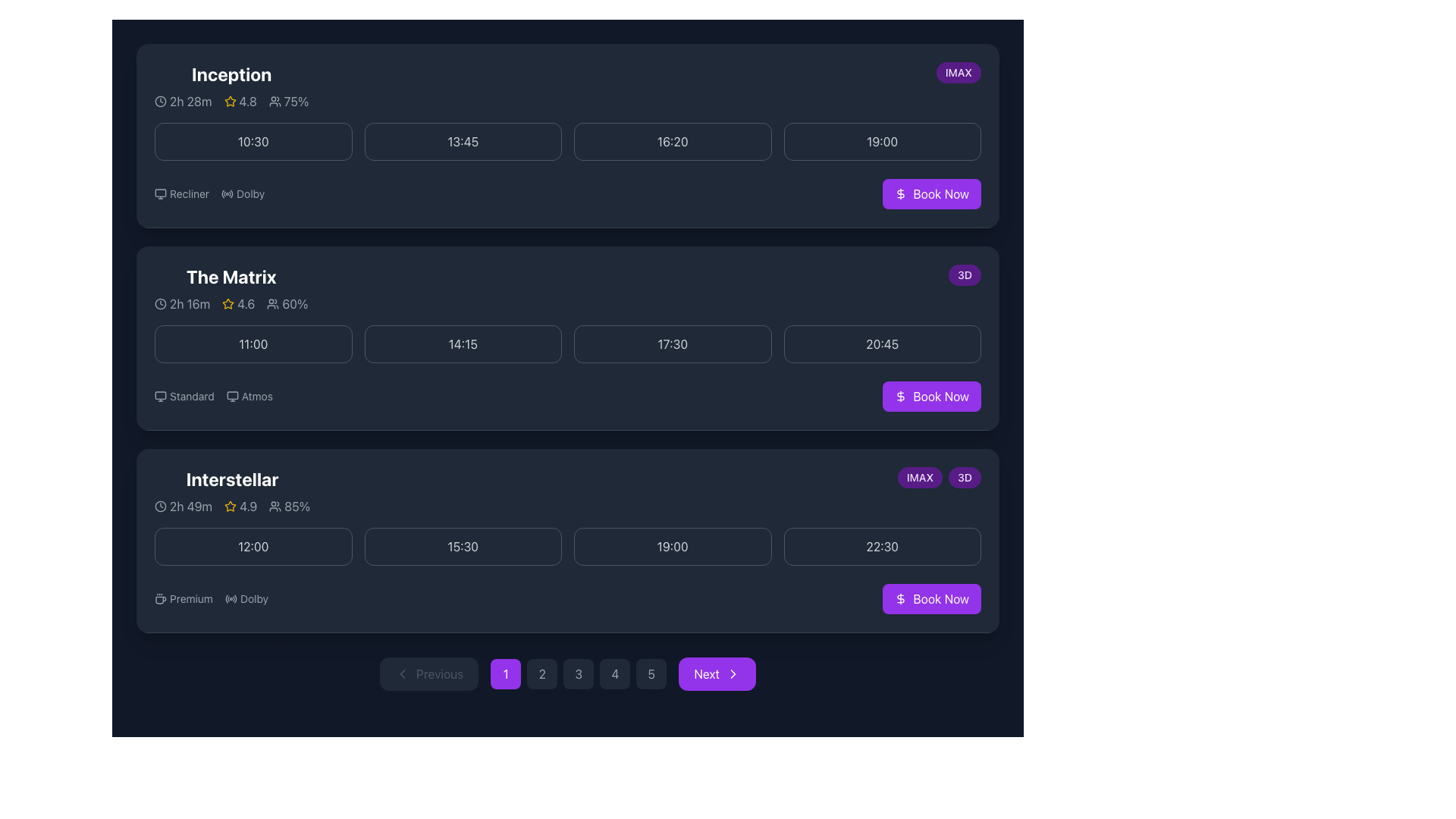 Image resolution: width=1456 pixels, height=819 pixels. What do you see at coordinates (958, 73) in the screenshot?
I see `the text label with the word 'IMAX' styled with a purple background and white text, located in the top-right corner of the 'Inception' movie card, above the 'Book Now' button` at bounding box center [958, 73].